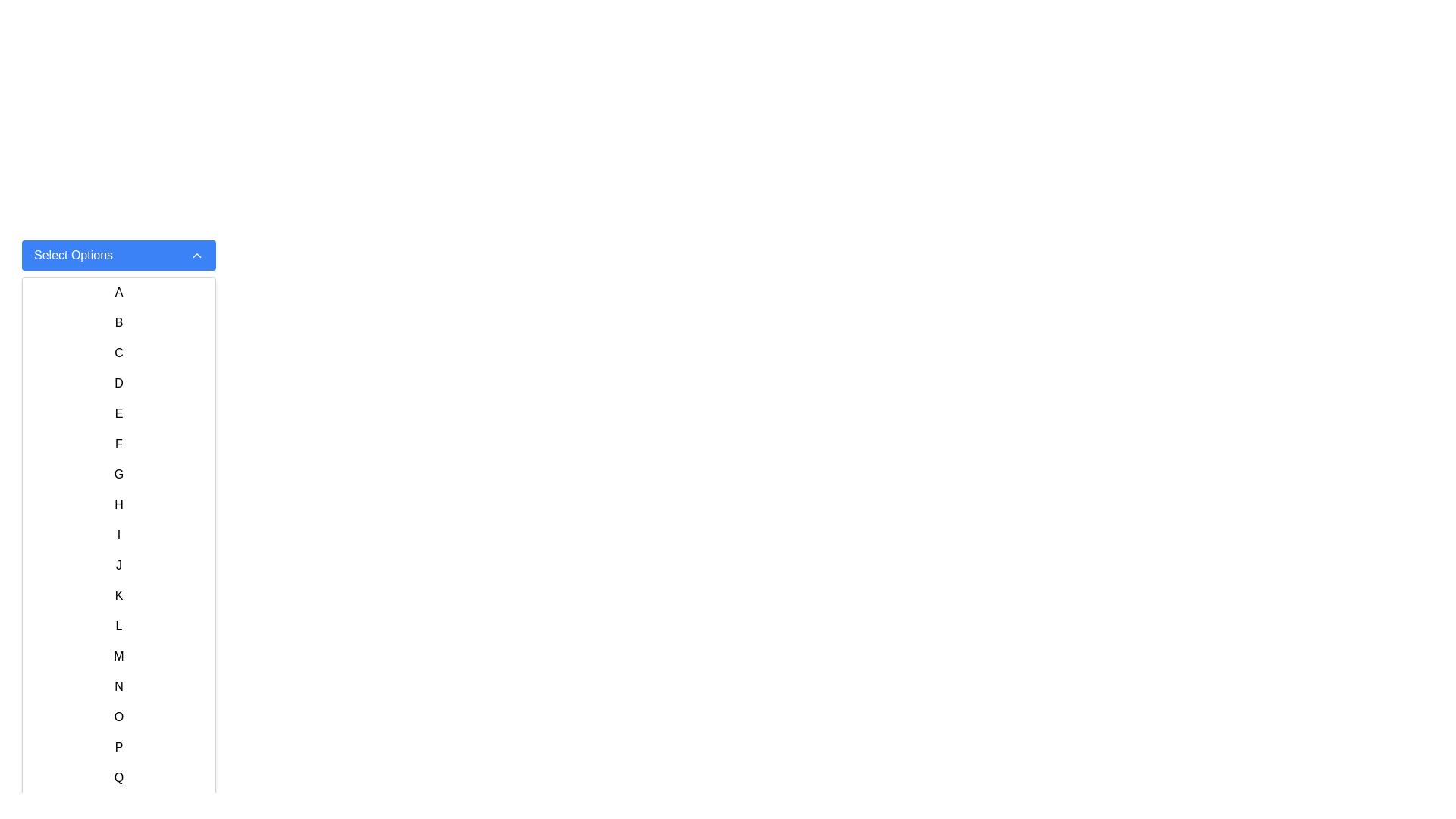  What do you see at coordinates (118, 414) in the screenshot?
I see `the fifth option in the dropdown list of letters` at bounding box center [118, 414].